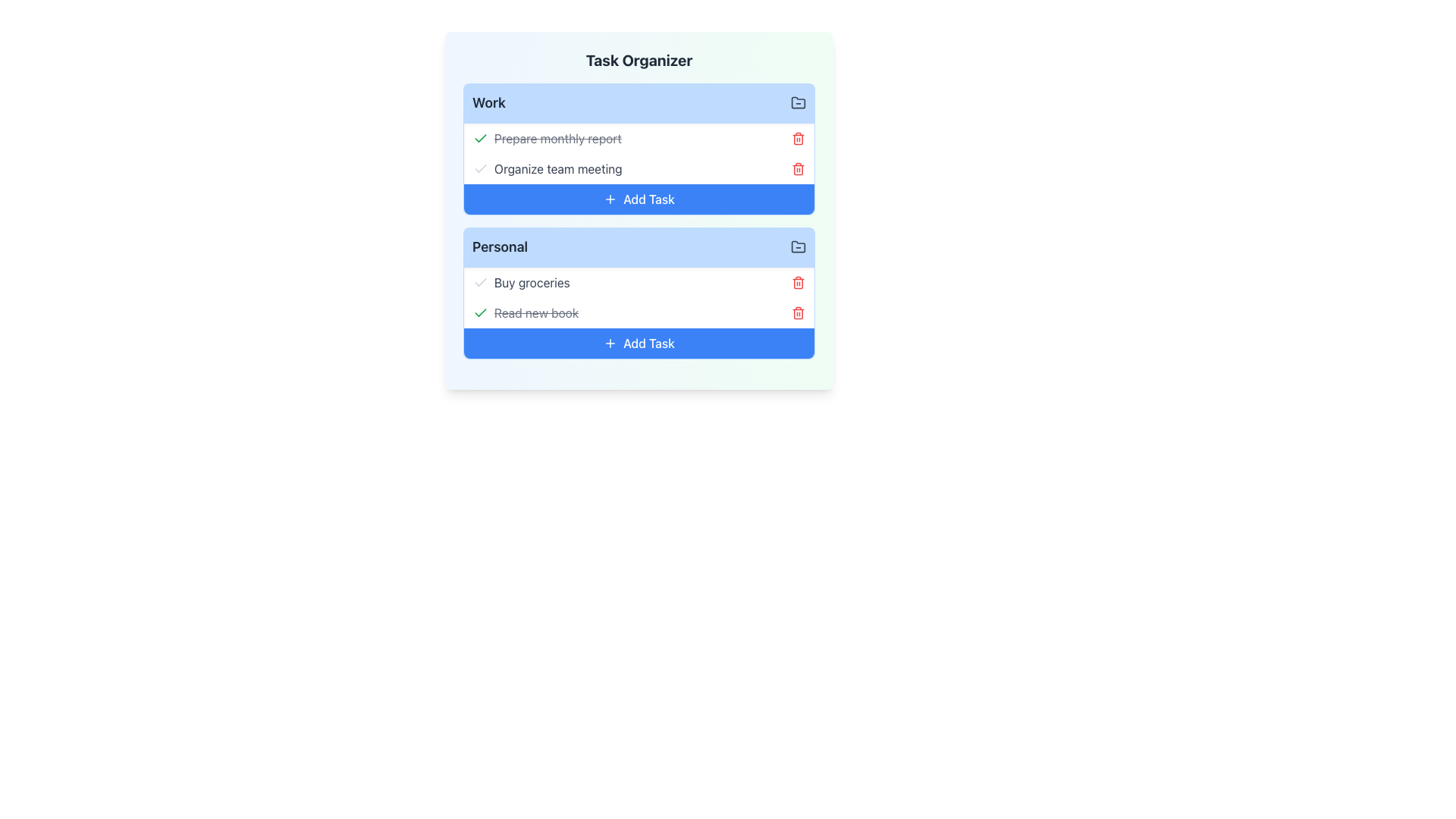  Describe the element at coordinates (546, 138) in the screenshot. I see `the text label 'Prepare monthly report' with a strikethrough and a green checkmark icon` at that location.